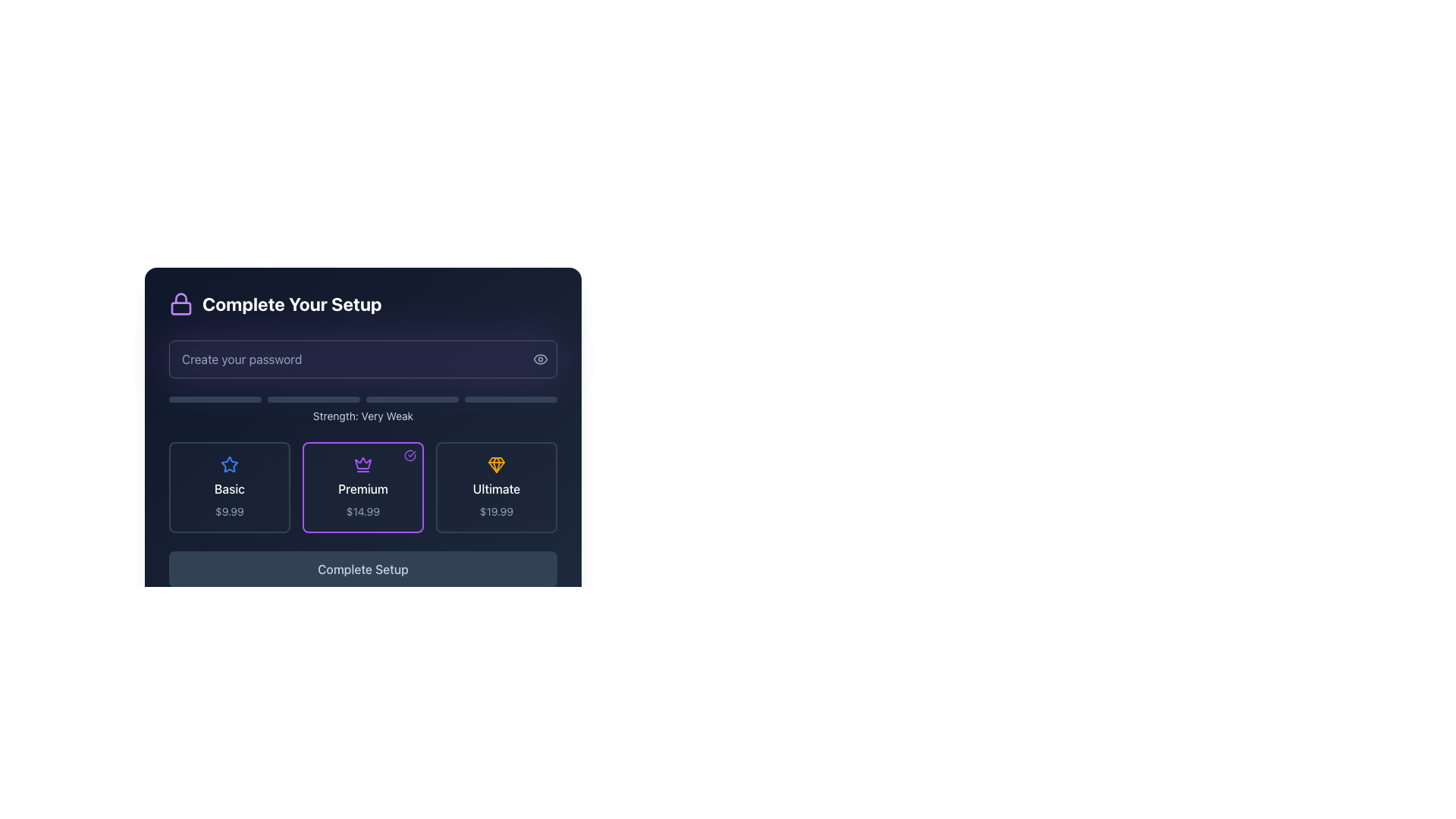 This screenshot has width=1456, height=819. Describe the element at coordinates (362, 399) in the screenshot. I see `the slate-gray linear progress bar located below the password creation input field and above the text 'Strength: Very Weak.'` at that location.